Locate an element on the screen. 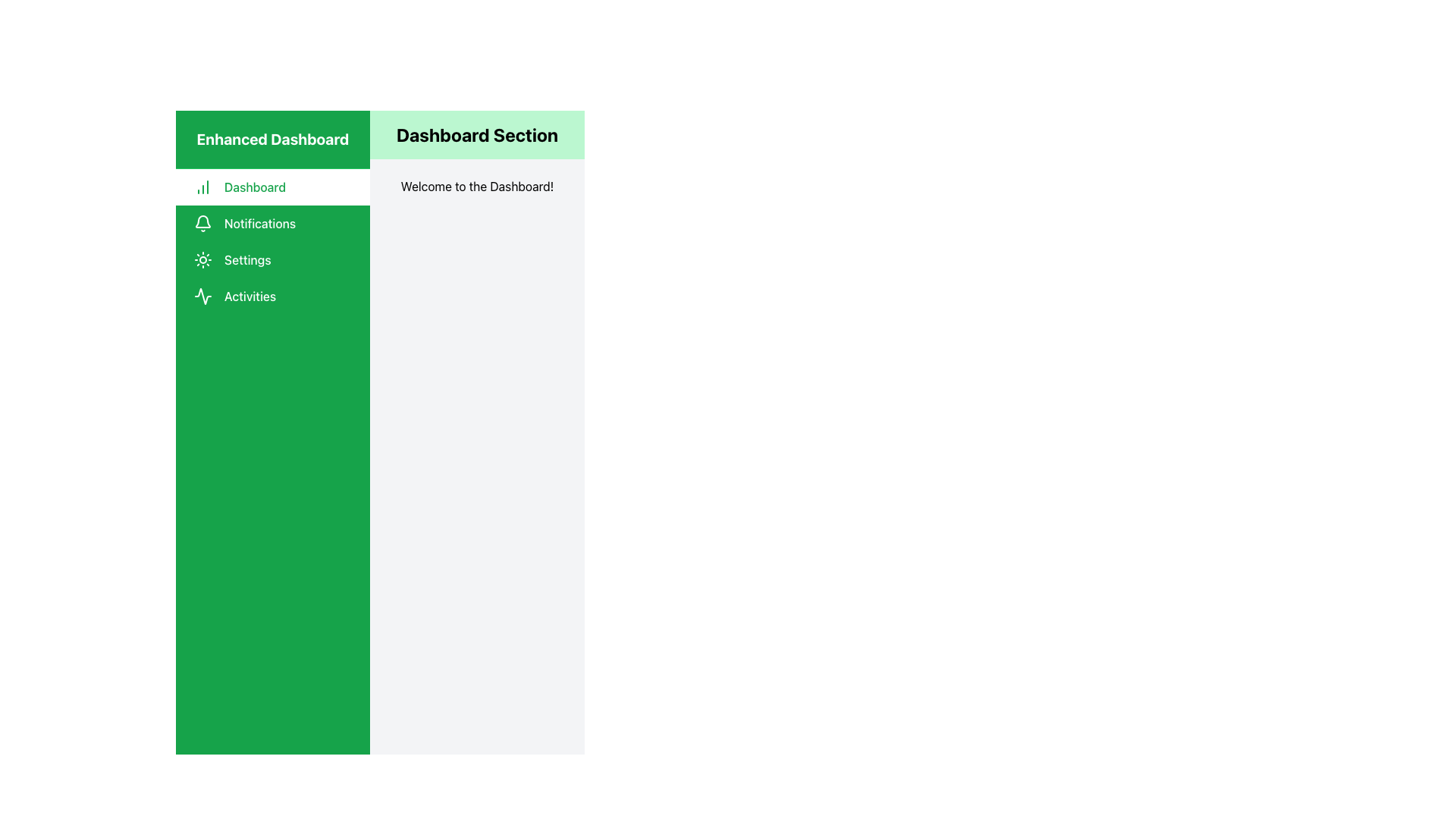 The width and height of the screenshot is (1456, 819). the label that serves as a header for the sidebar in the main interface, located at the top of the left sidebar with a green background is located at coordinates (273, 140).